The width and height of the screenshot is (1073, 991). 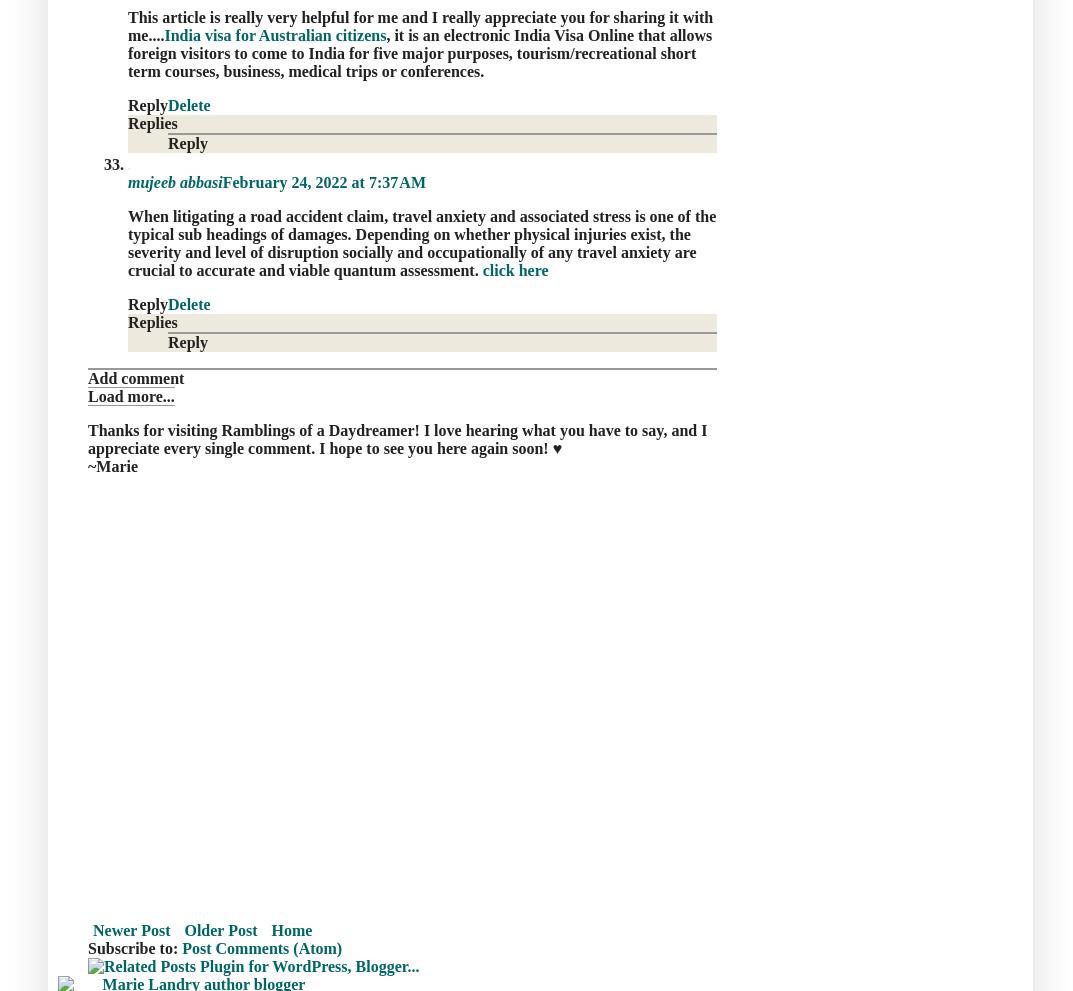 What do you see at coordinates (174, 180) in the screenshot?
I see `'mujeeb abbasi'` at bounding box center [174, 180].